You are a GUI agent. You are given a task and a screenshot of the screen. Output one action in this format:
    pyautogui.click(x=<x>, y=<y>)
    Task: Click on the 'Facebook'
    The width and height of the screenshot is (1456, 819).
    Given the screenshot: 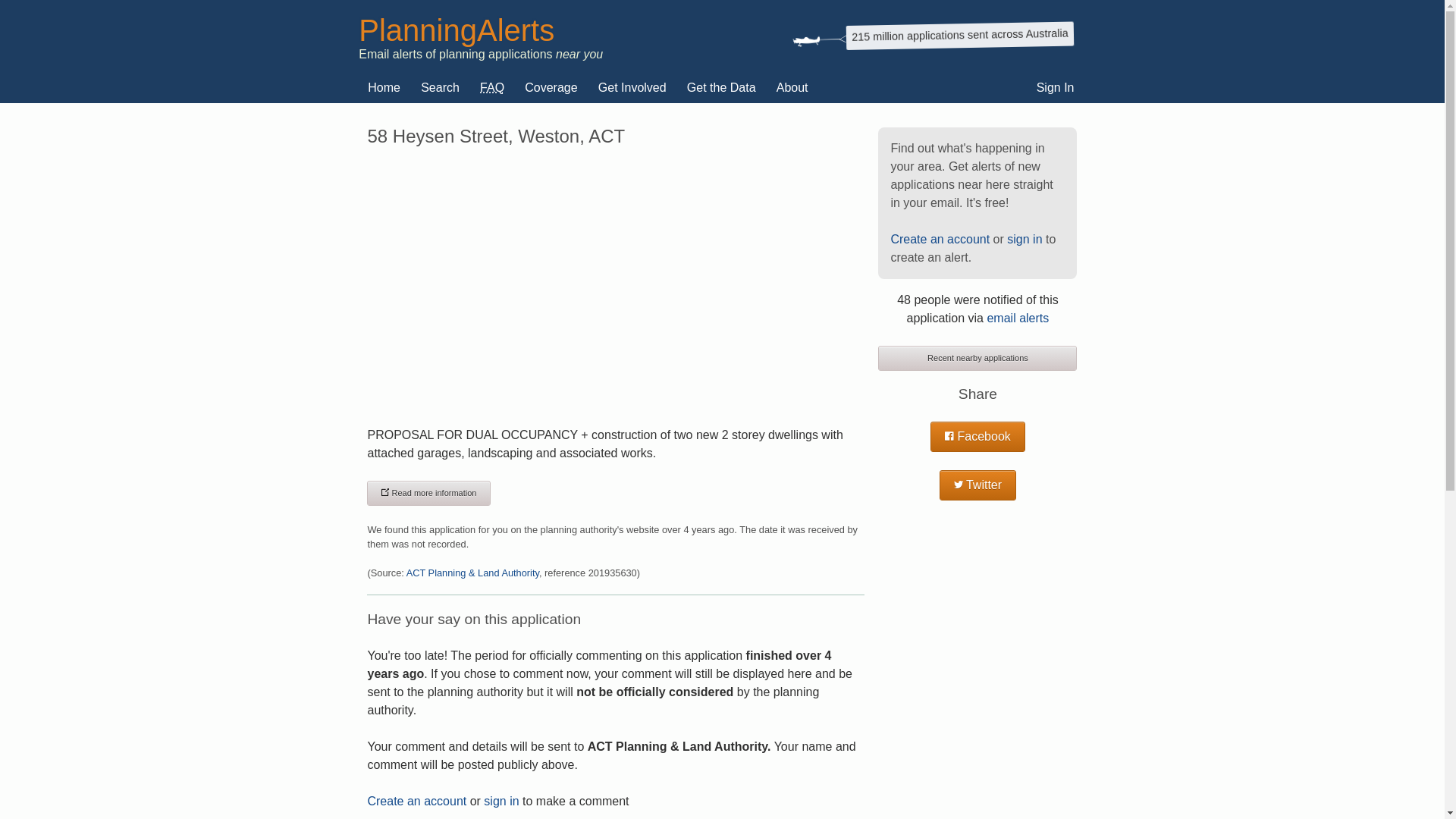 What is the action you would take?
    pyautogui.click(x=977, y=436)
    